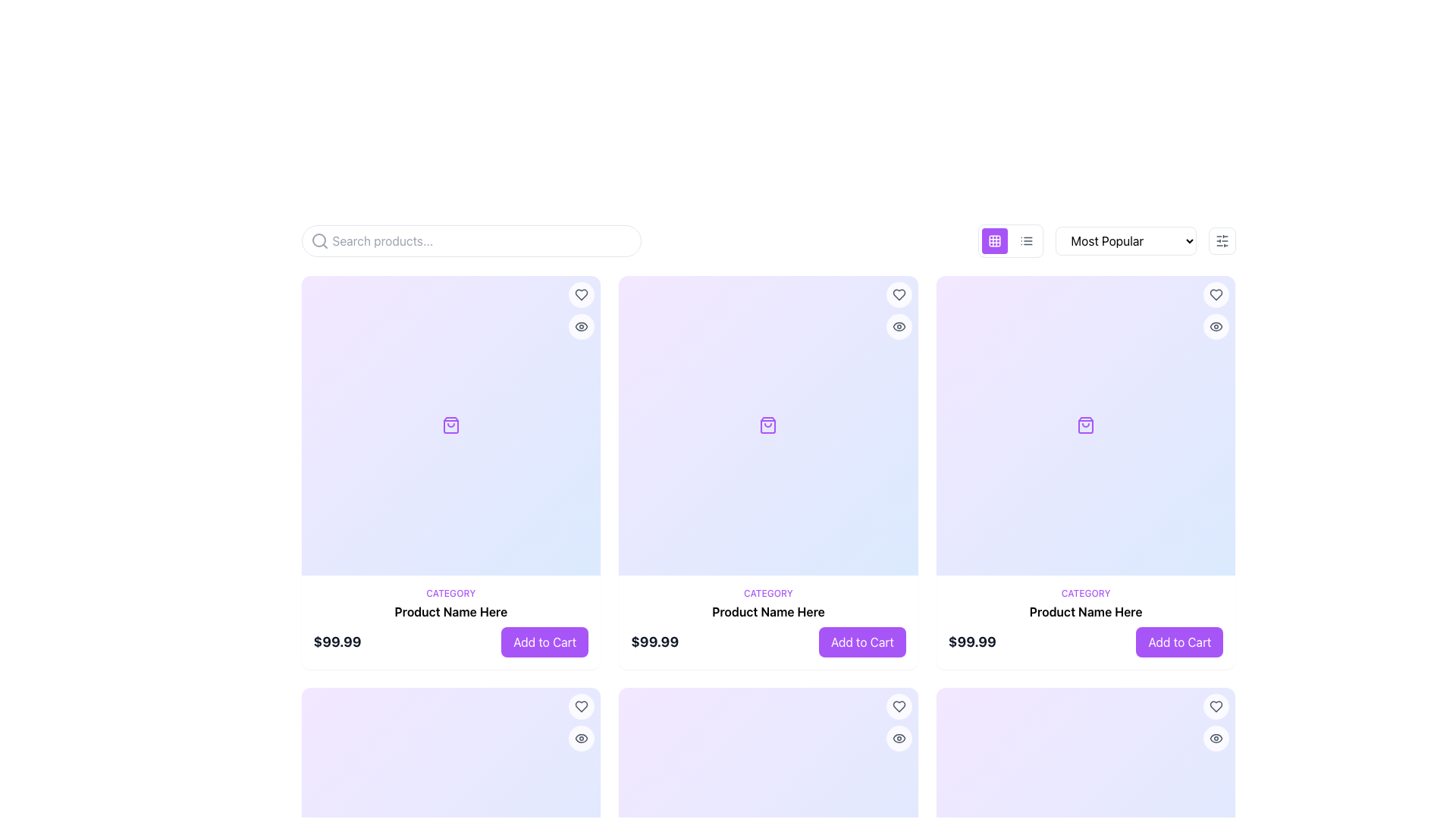 The image size is (1456, 819). What do you see at coordinates (450, 472) in the screenshot?
I see `the Product Card, which is the first card in the grid layout with a white background and rounded rectangular design, located at the top-left corner of the grid` at bounding box center [450, 472].